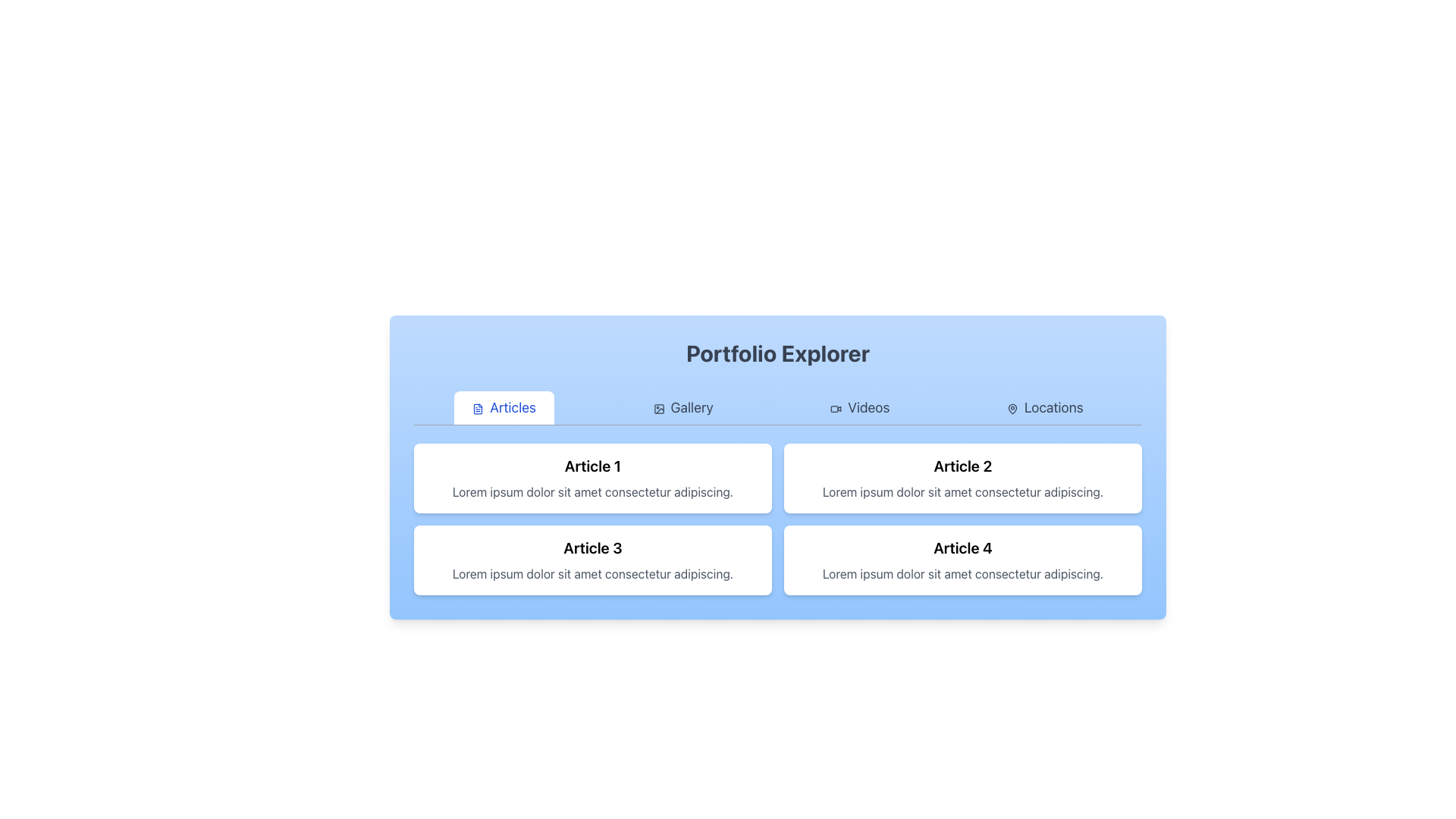  Describe the element at coordinates (477, 408) in the screenshot. I see `the 'Articles' tab icon located to the left of the 'Articles' label in the 'Portfolio Explorer' section` at that location.